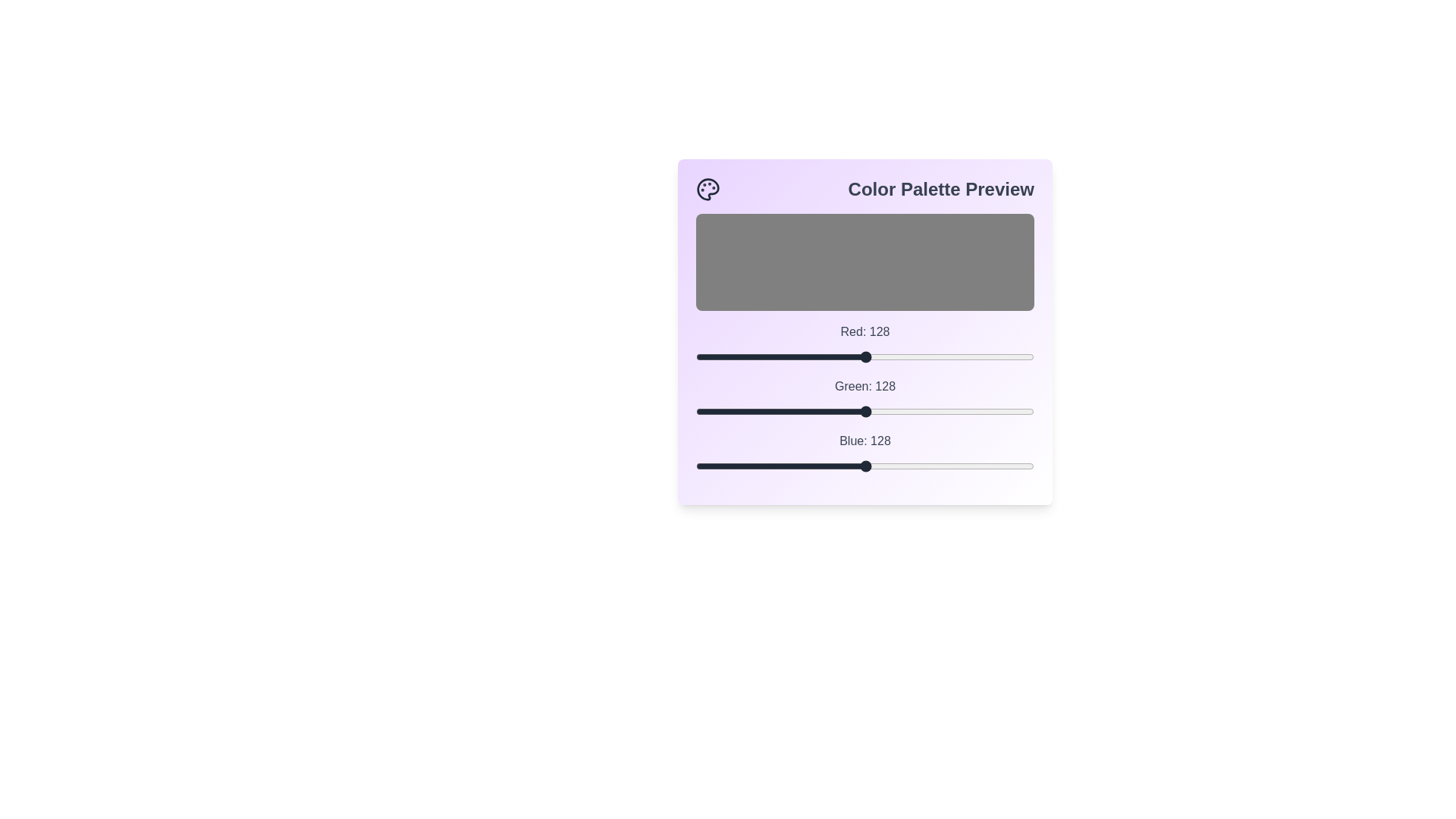 The width and height of the screenshot is (1456, 819). Describe the element at coordinates (992, 465) in the screenshot. I see `the blue component` at that location.